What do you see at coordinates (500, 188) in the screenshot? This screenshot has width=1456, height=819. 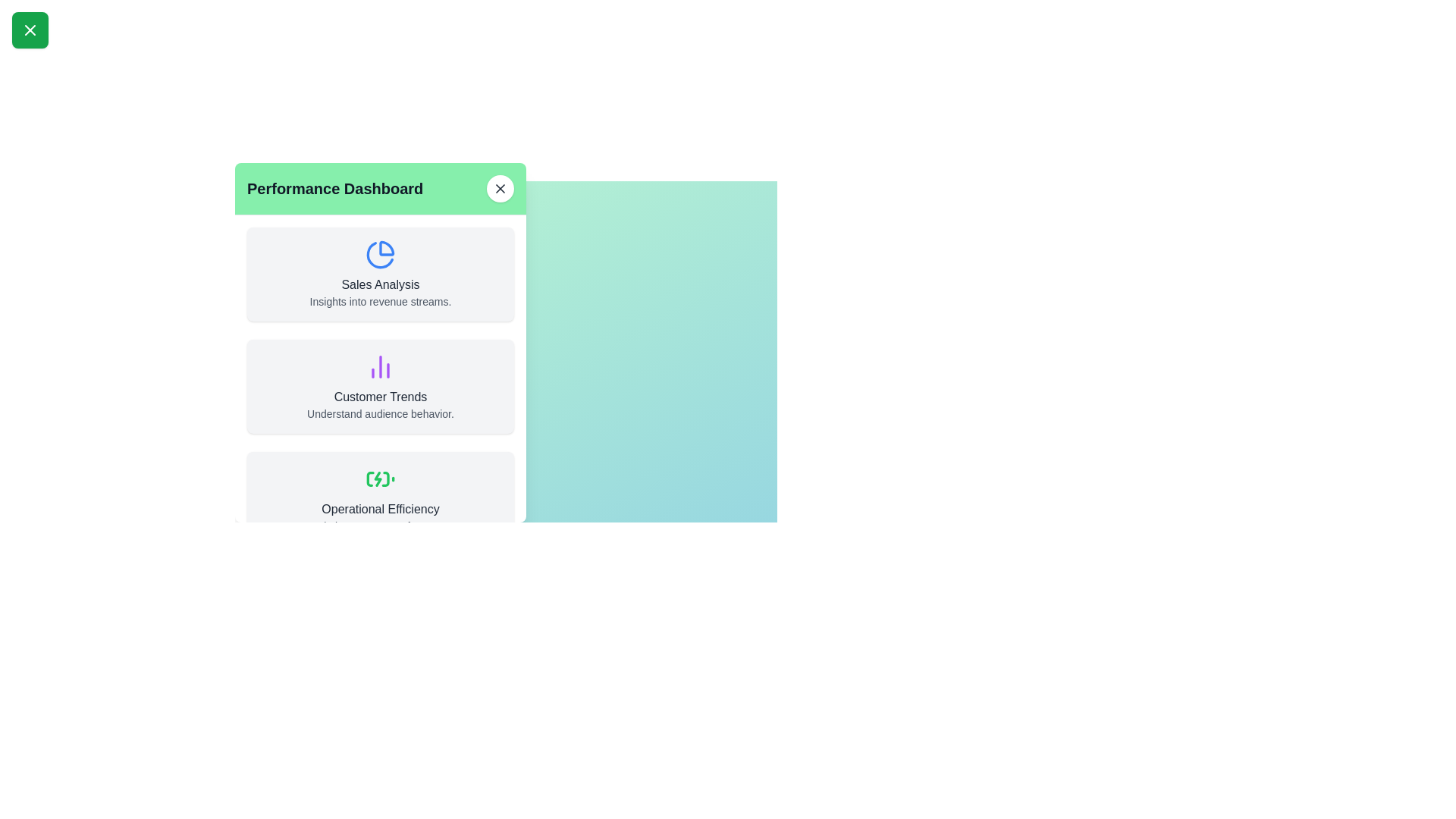 I see `the circular button with a white background and green border, featuring a black 'X' icon` at bounding box center [500, 188].